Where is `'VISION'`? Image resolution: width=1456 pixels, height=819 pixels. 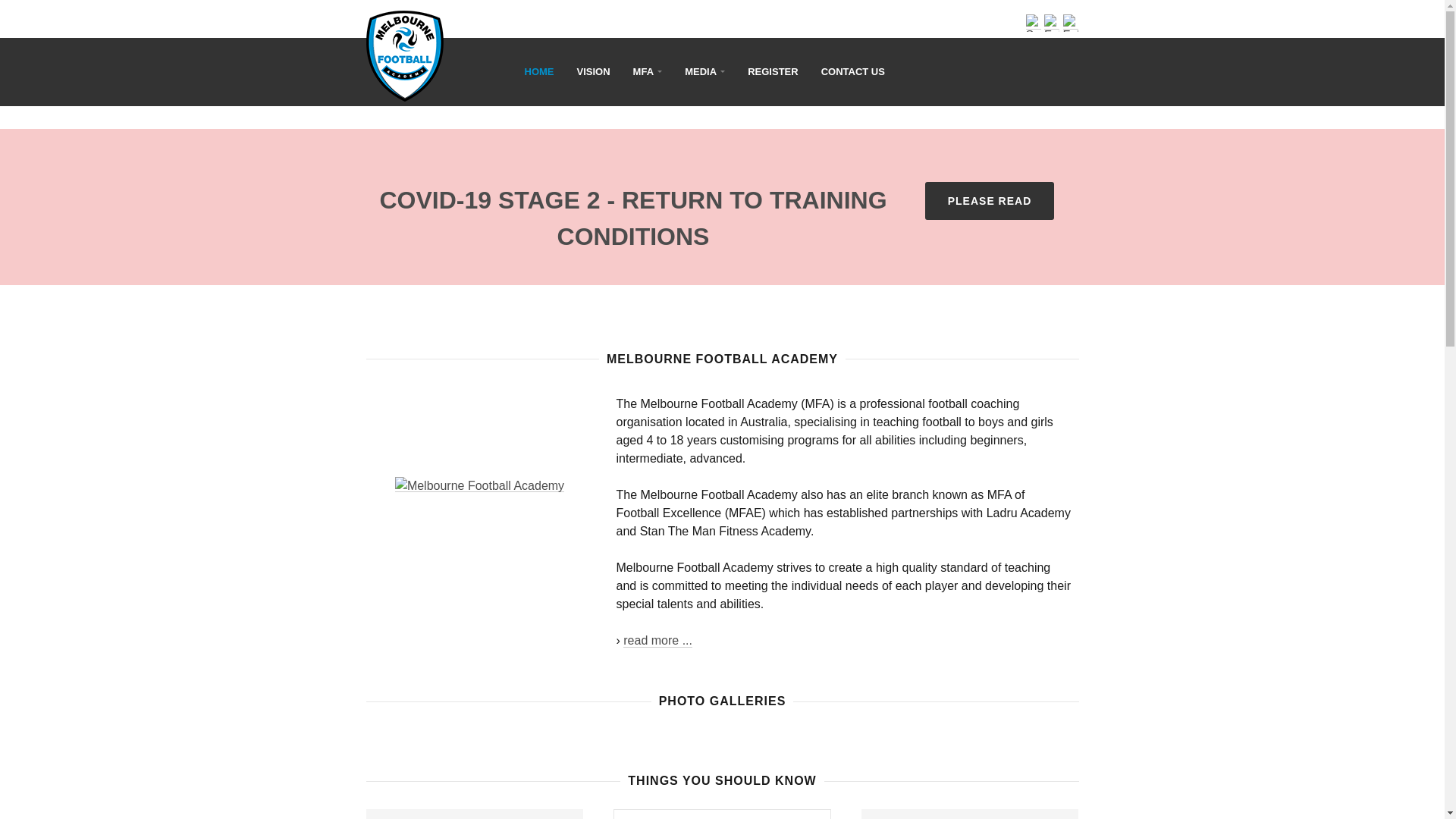 'VISION' is located at coordinates (592, 72).